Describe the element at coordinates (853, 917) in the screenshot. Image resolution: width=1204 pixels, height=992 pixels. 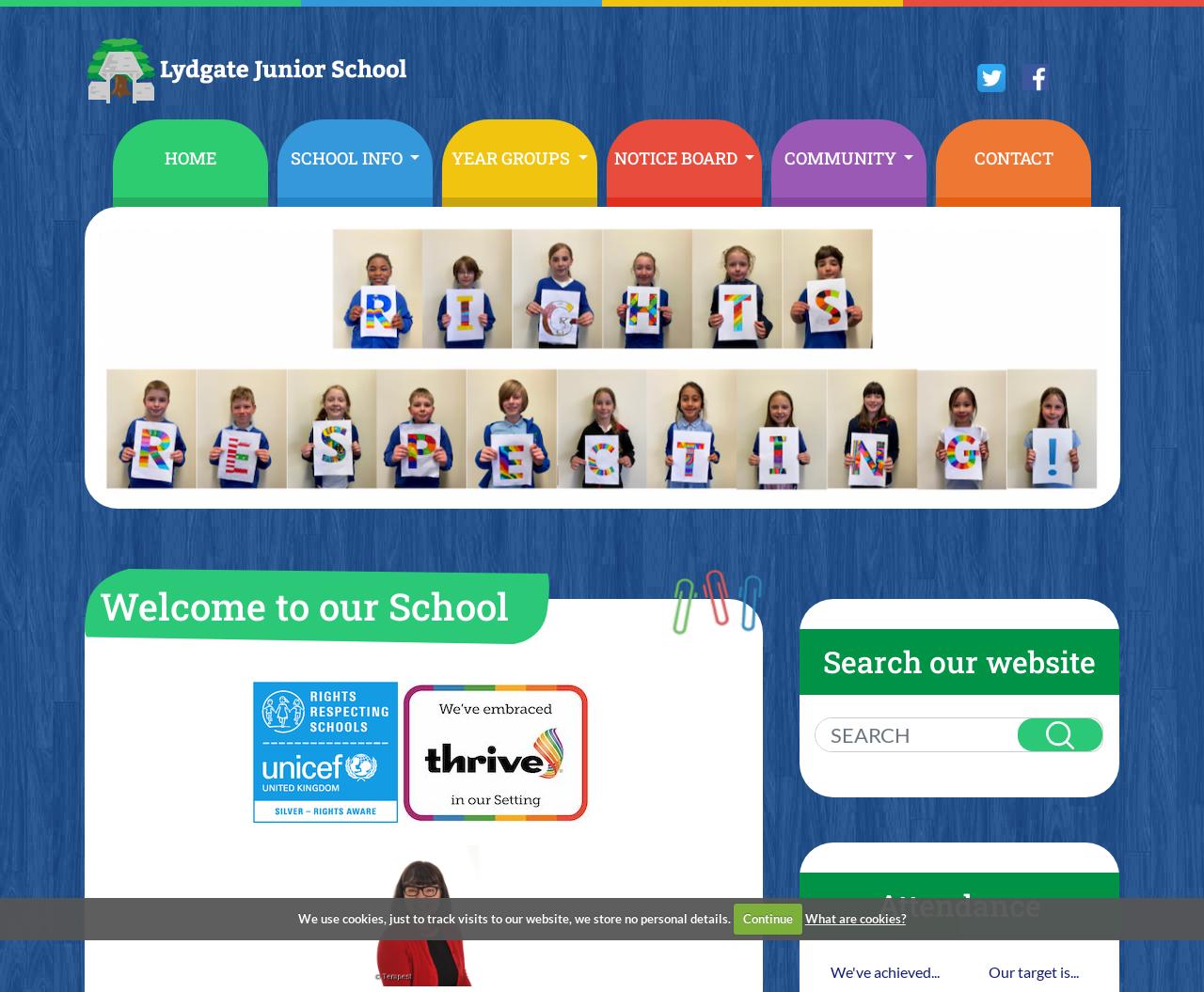
I see `'What are cookies?'` at that location.